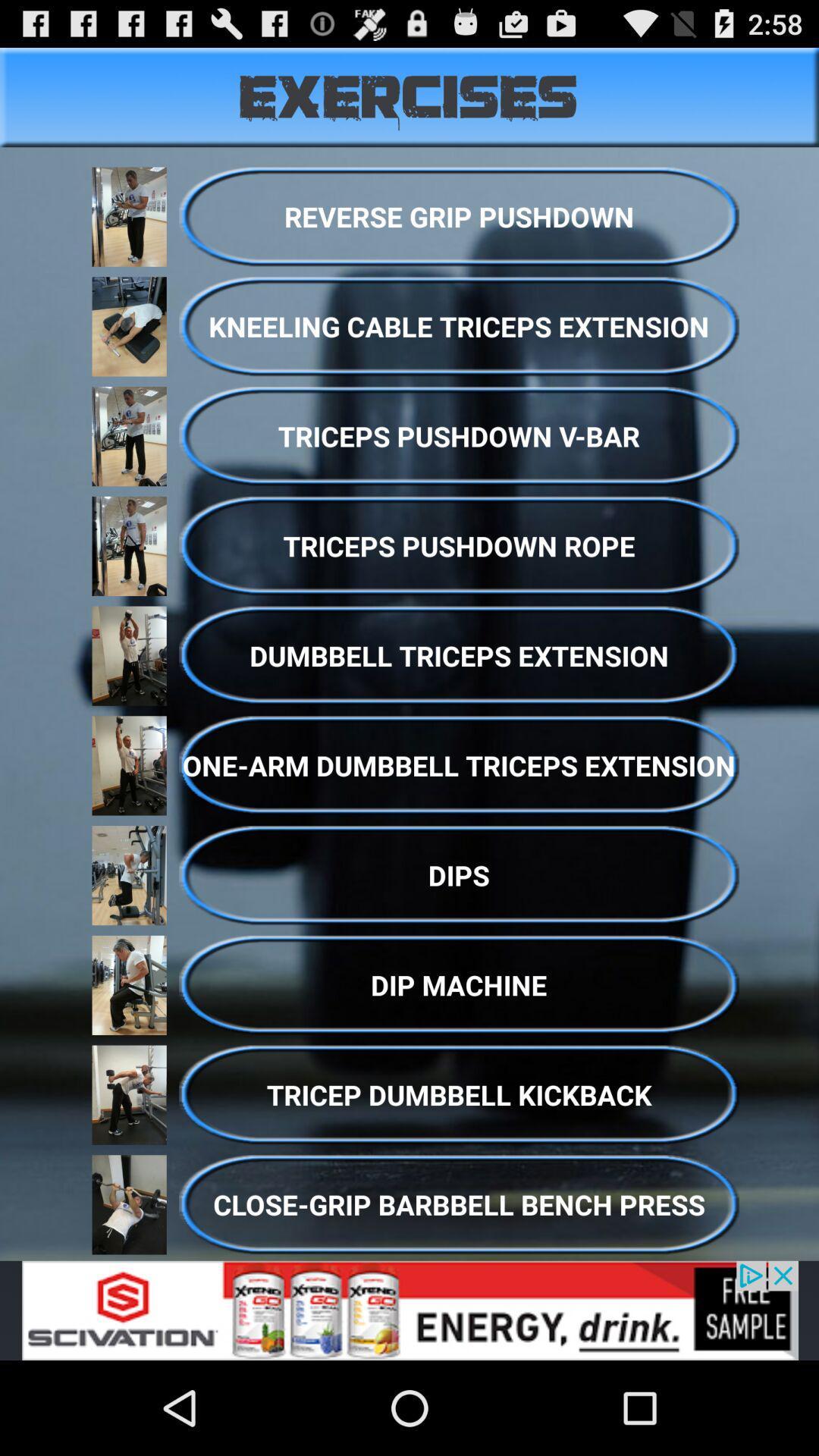 The width and height of the screenshot is (819, 1456). Describe the element at coordinates (409, 1310) in the screenshot. I see `advertisement page` at that location.